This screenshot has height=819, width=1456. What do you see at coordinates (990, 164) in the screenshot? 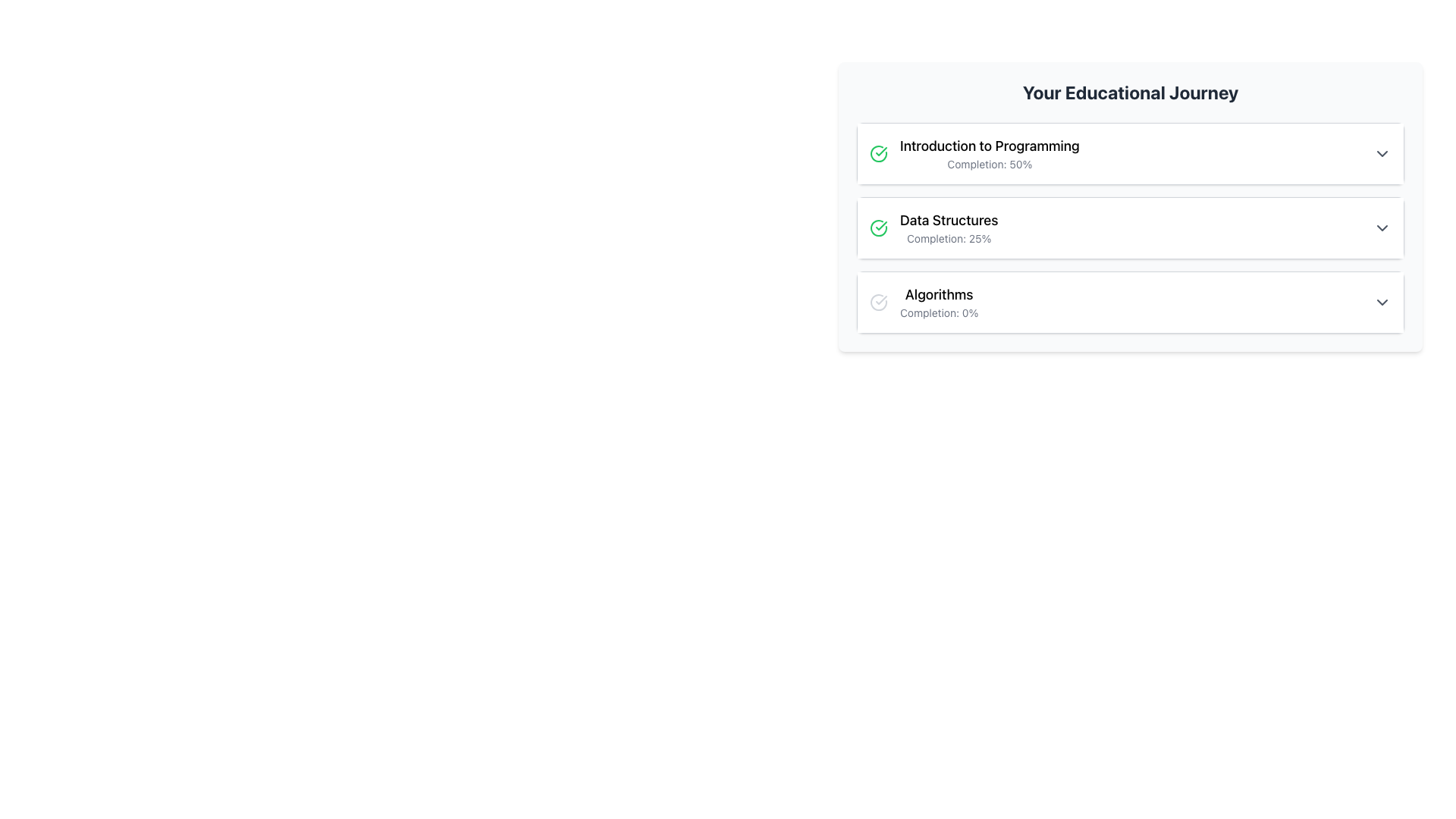
I see `the text label displaying 'Completion: 50%' that is located immediately below the title 'Introduction to Programming' within its course module card` at bounding box center [990, 164].